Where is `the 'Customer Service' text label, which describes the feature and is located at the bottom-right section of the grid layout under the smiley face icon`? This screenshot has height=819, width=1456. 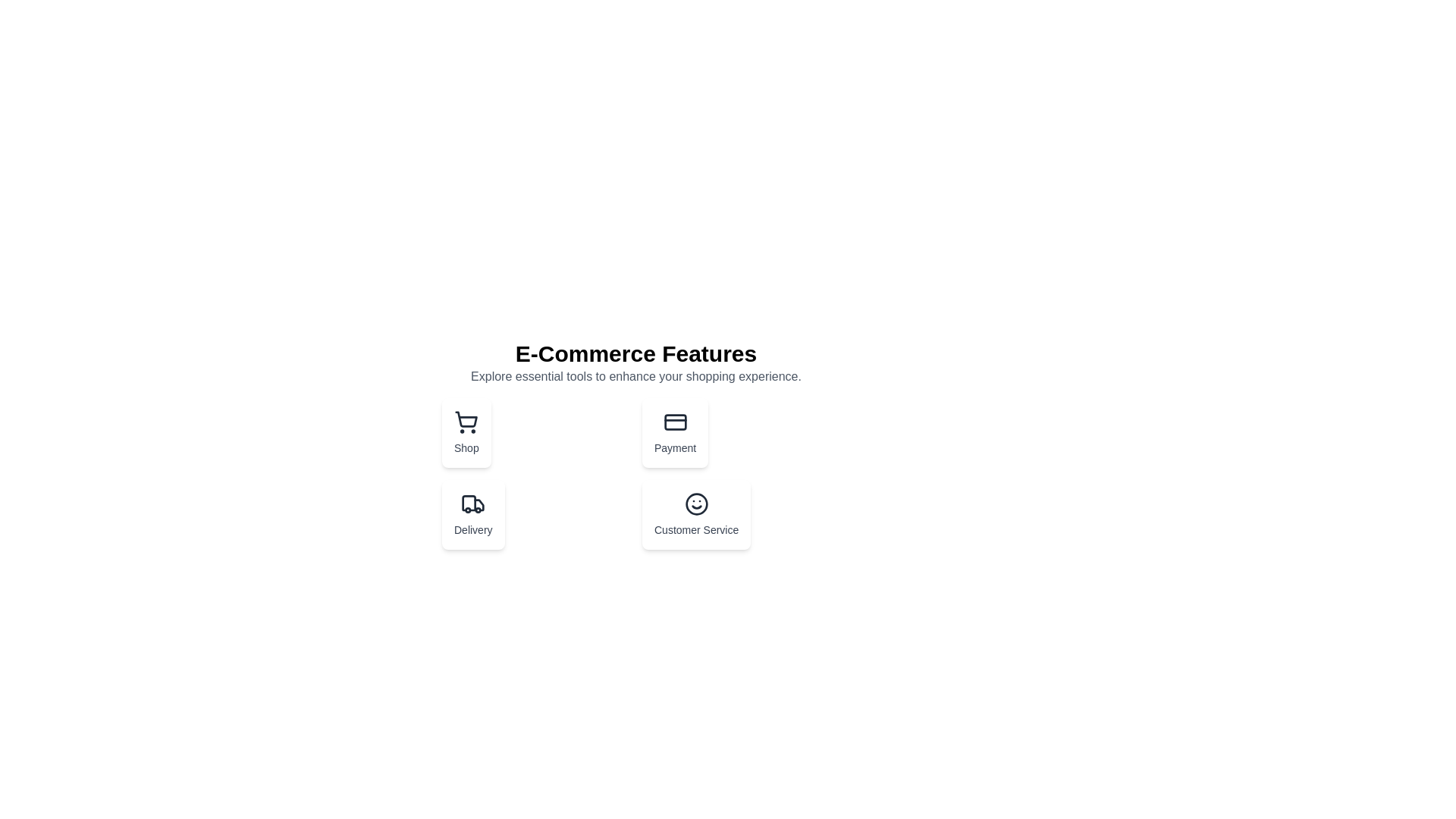
the 'Customer Service' text label, which describes the feature and is located at the bottom-right section of the grid layout under the smiley face icon is located at coordinates (695, 529).